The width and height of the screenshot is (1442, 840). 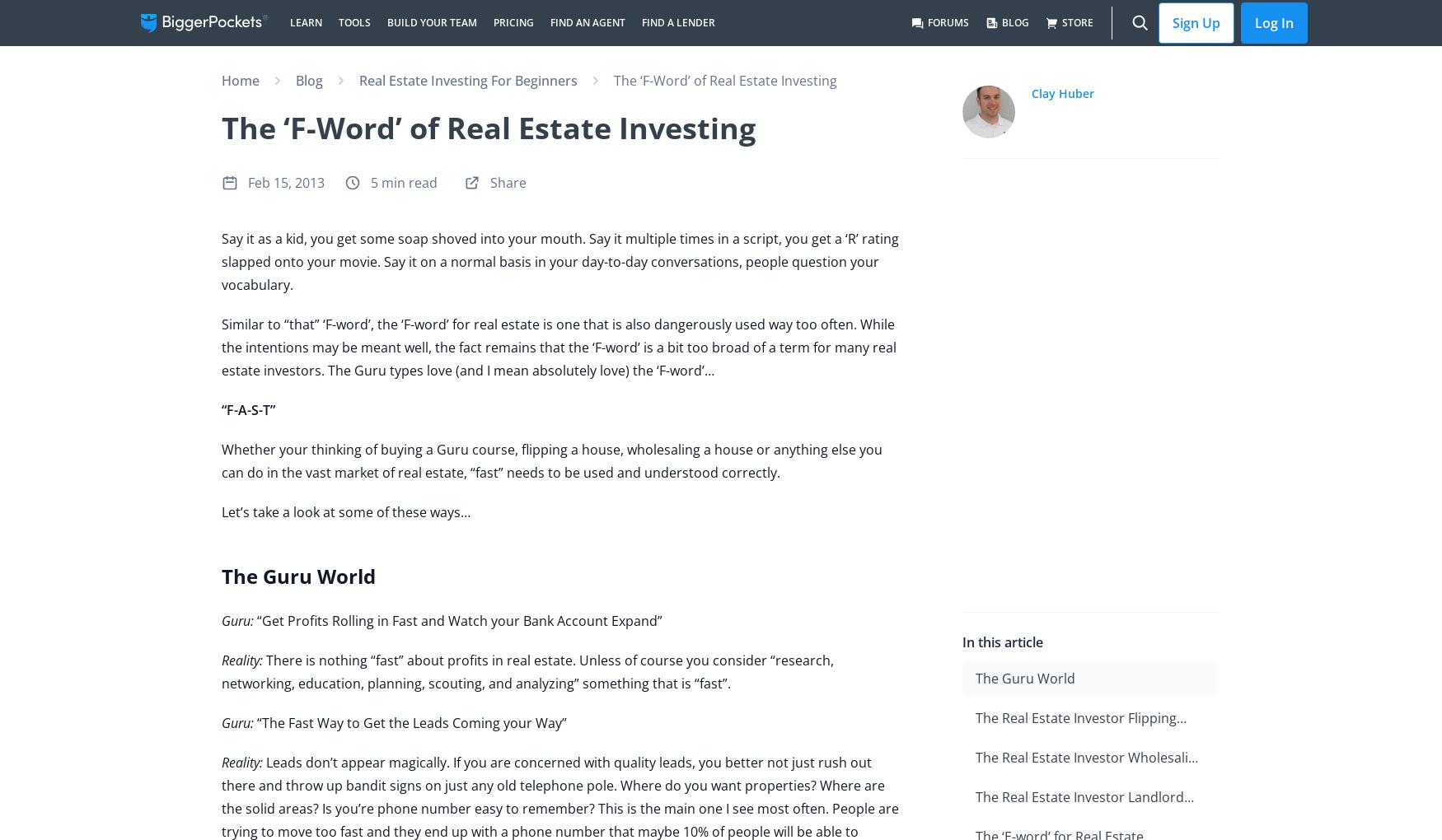 I want to click on 'Clay Huber', so click(x=1061, y=92).